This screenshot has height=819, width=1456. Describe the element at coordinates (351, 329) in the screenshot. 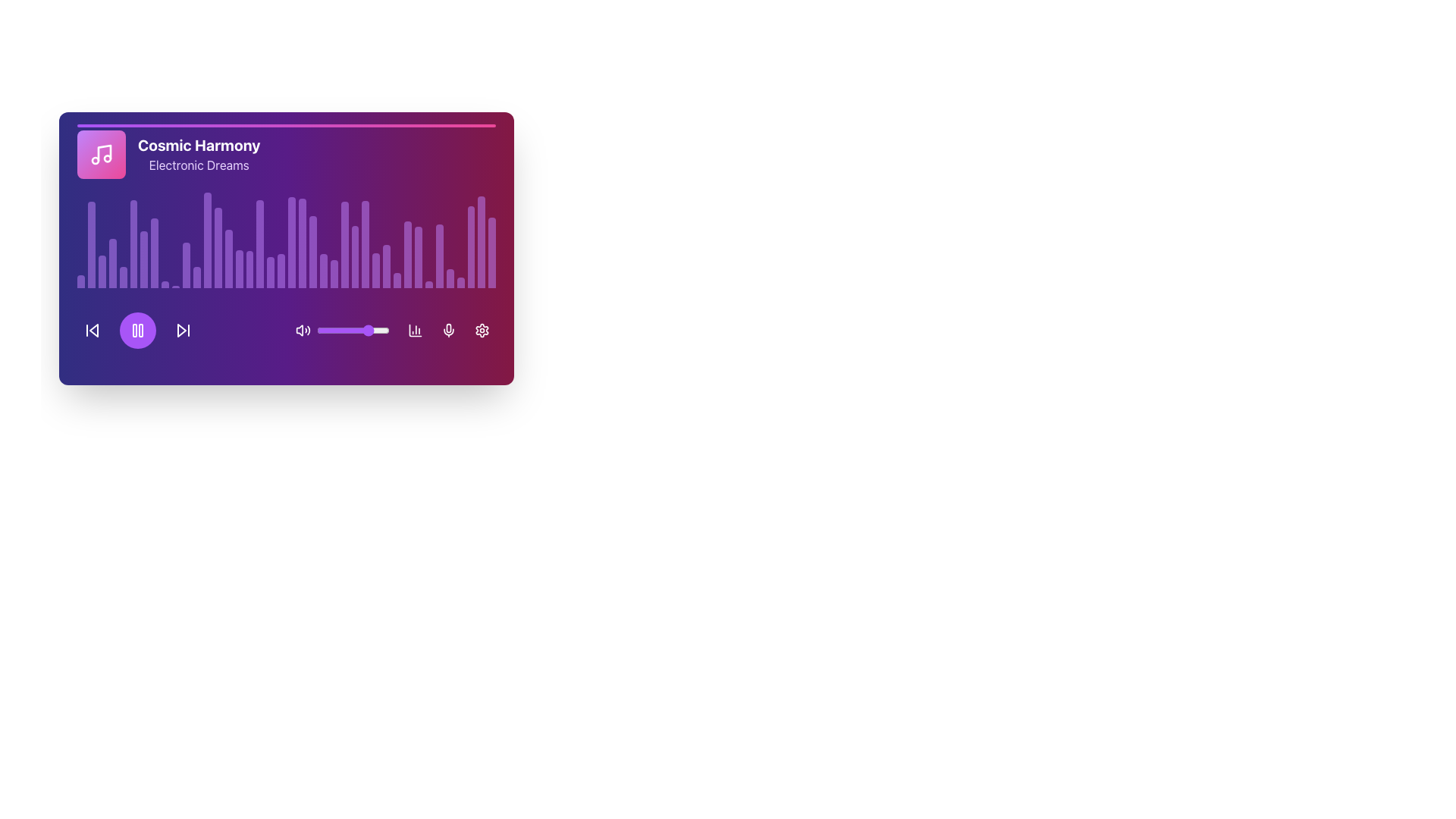

I see `the volume level` at that location.